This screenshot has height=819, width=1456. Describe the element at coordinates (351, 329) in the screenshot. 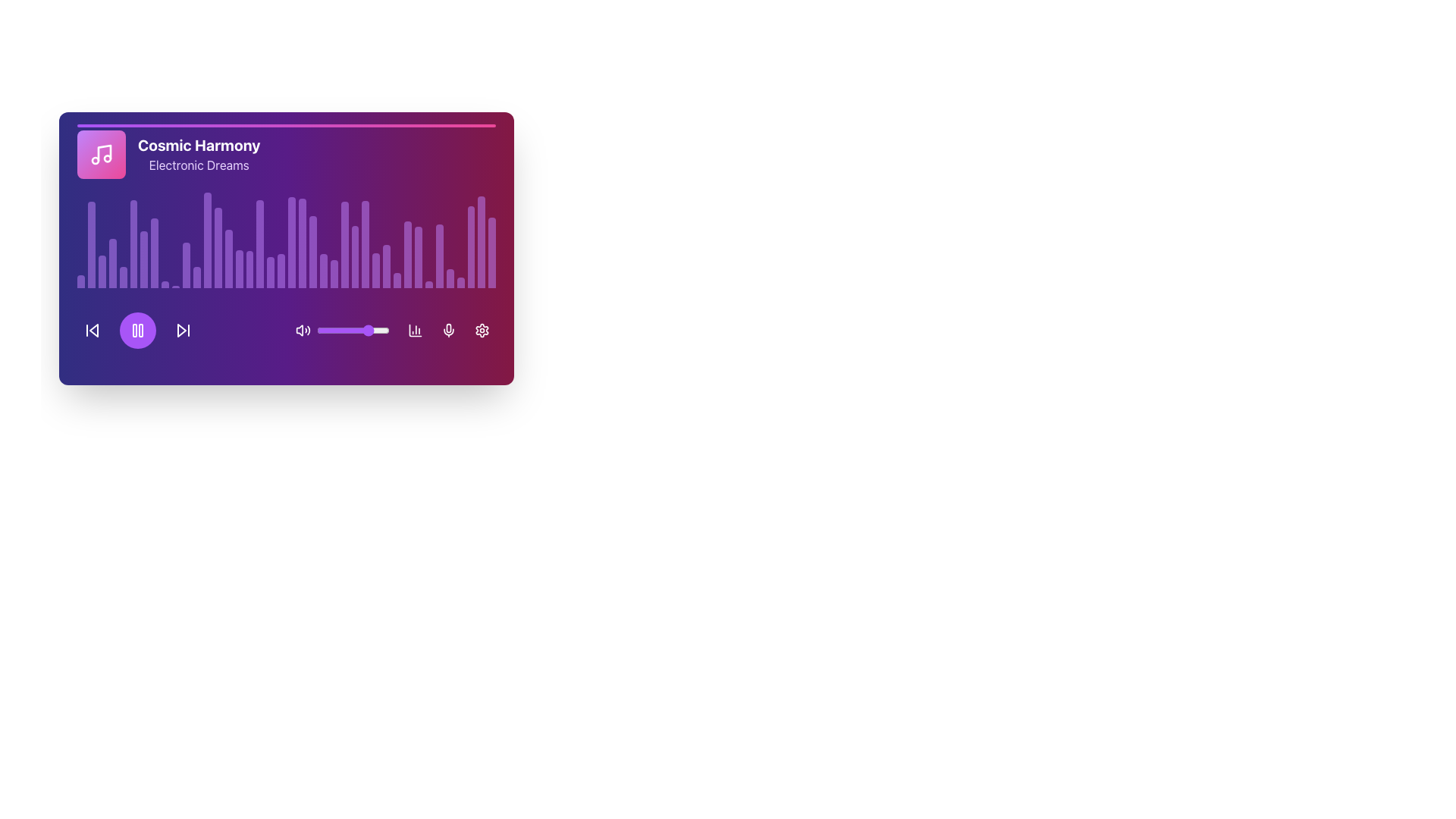

I see `the volume level` at that location.